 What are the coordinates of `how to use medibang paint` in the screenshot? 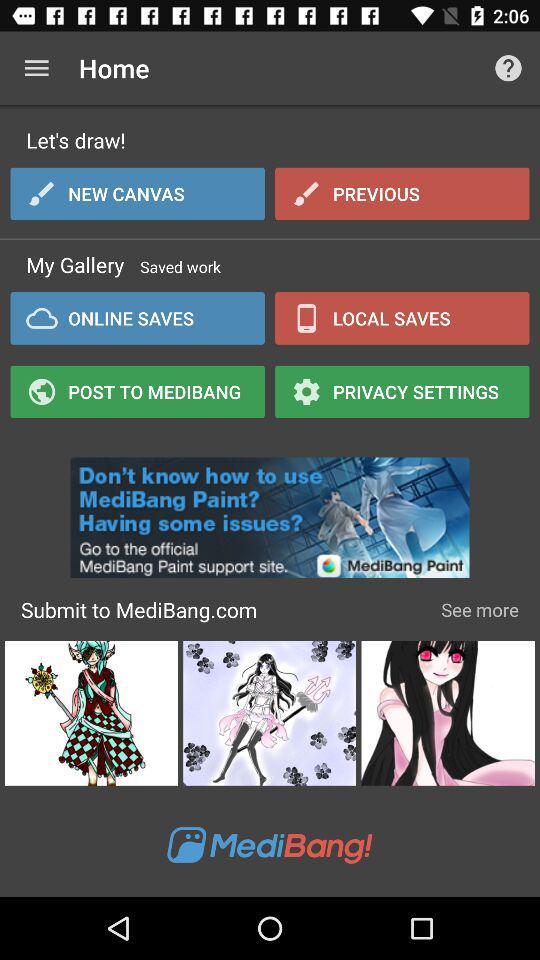 It's located at (270, 511).